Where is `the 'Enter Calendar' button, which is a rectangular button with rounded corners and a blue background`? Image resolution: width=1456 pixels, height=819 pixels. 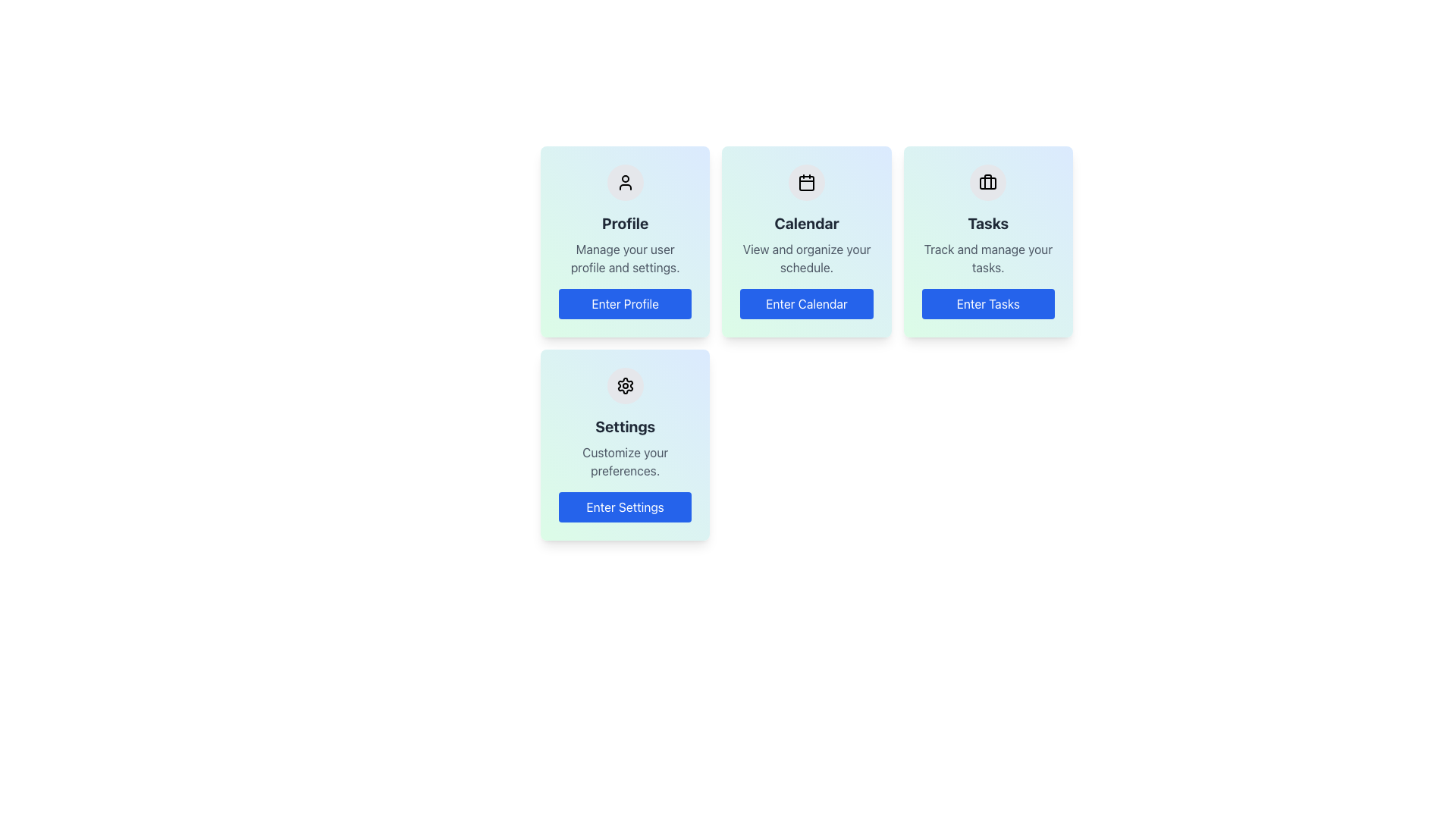 the 'Enter Calendar' button, which is a rectangular button with rounded corners and a blue background is located at coordinates (806, 304).